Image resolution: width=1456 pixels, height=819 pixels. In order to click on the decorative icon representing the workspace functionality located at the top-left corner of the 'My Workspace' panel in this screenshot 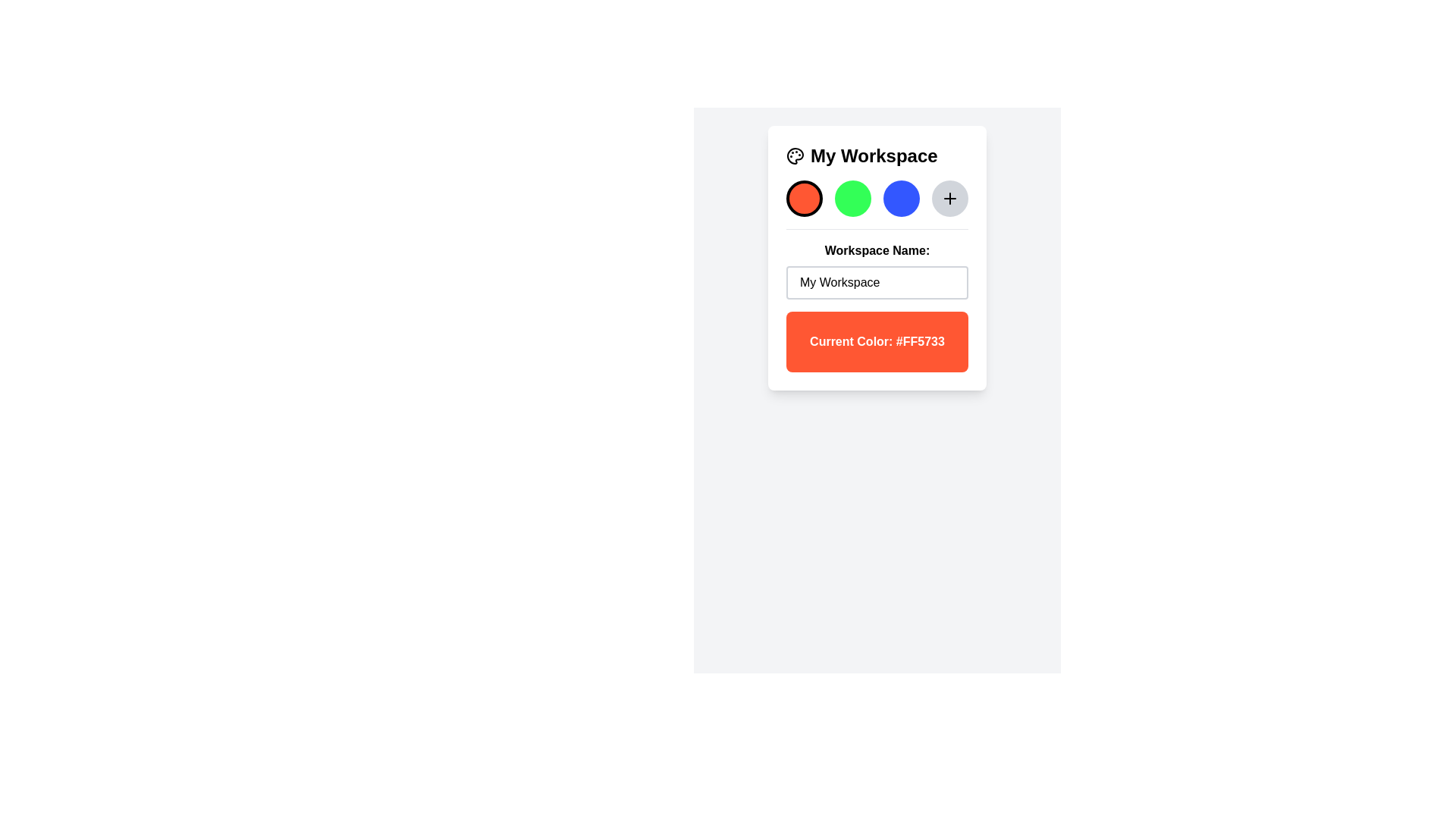, I will do `click(795, 155)`.